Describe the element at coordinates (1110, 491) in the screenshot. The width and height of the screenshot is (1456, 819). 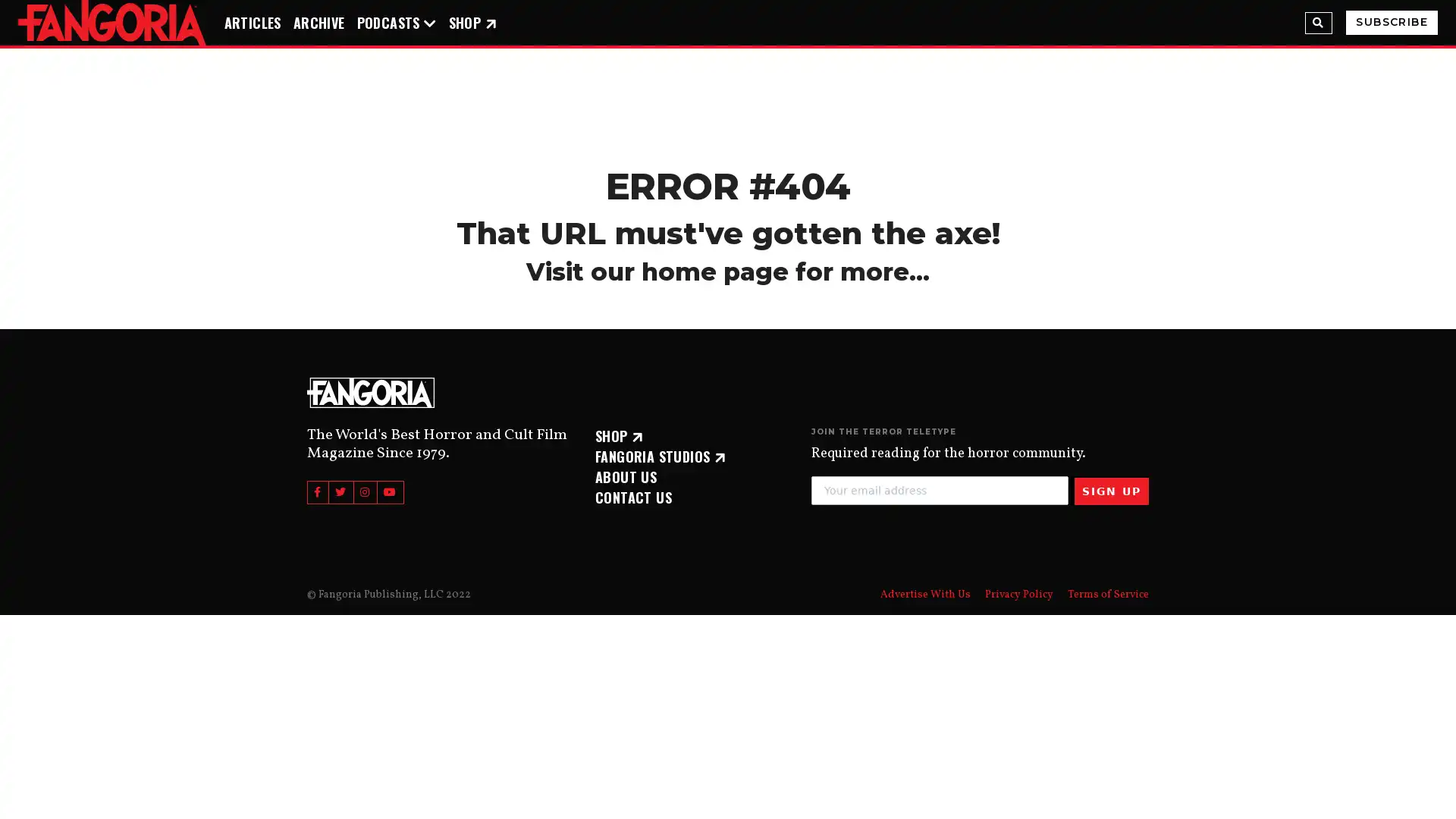
I see `SIGN UP` at that location.